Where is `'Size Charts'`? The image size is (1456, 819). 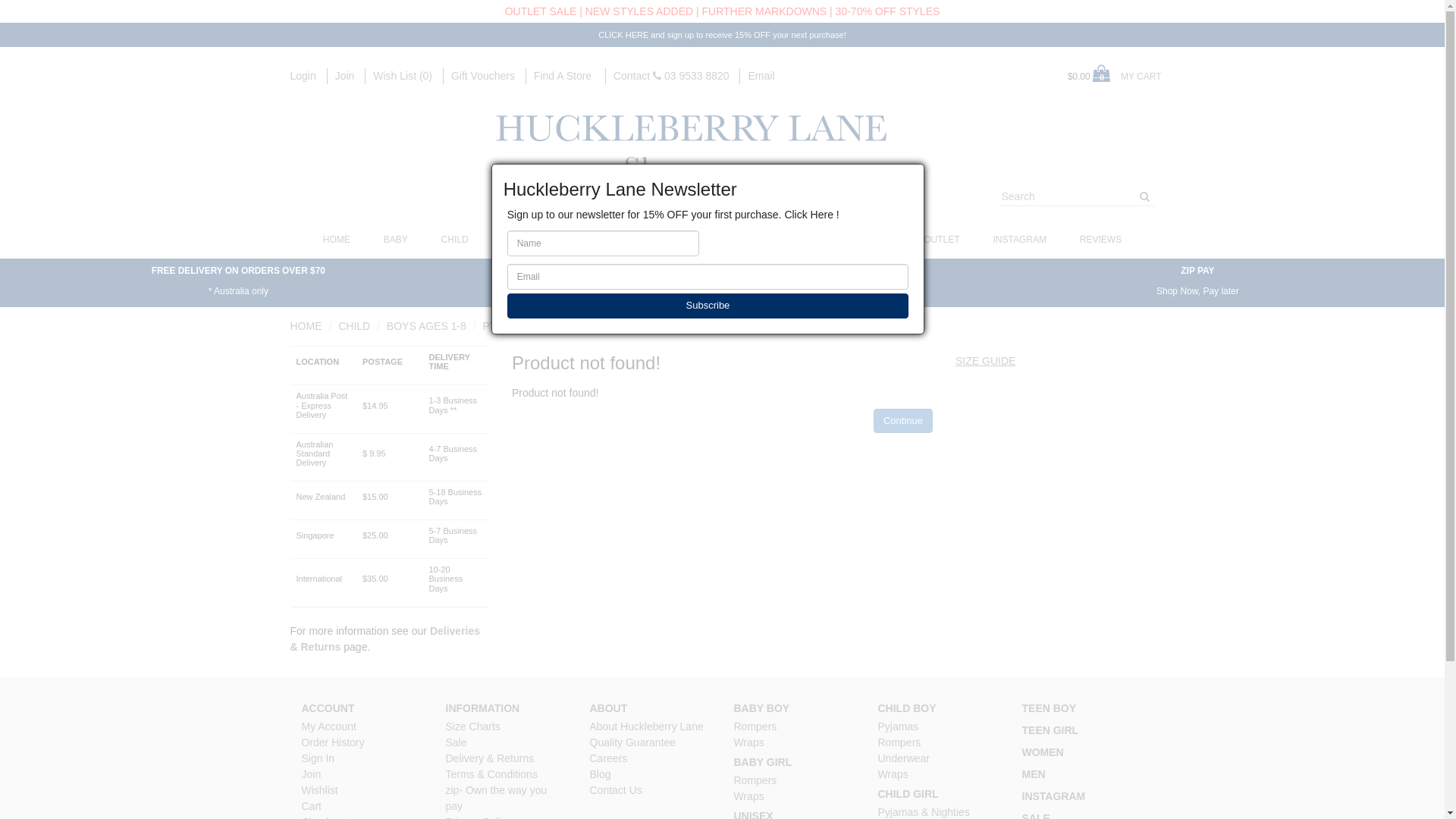
'Size Charts' is located at coordinates (472, 725).